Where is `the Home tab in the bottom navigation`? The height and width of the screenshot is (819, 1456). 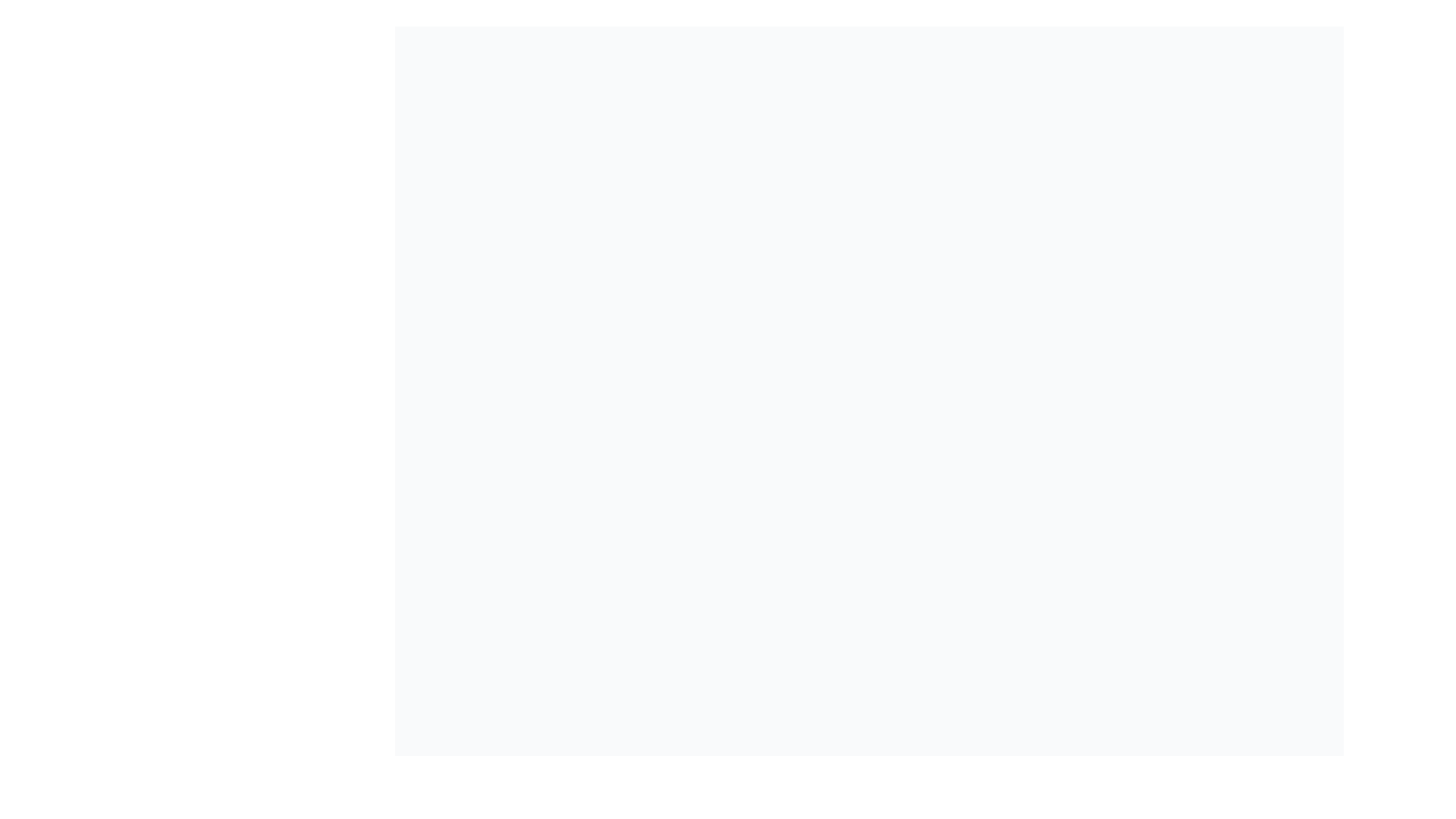 the Home tab in the bottom navigation is located at coordinates (821, 795).